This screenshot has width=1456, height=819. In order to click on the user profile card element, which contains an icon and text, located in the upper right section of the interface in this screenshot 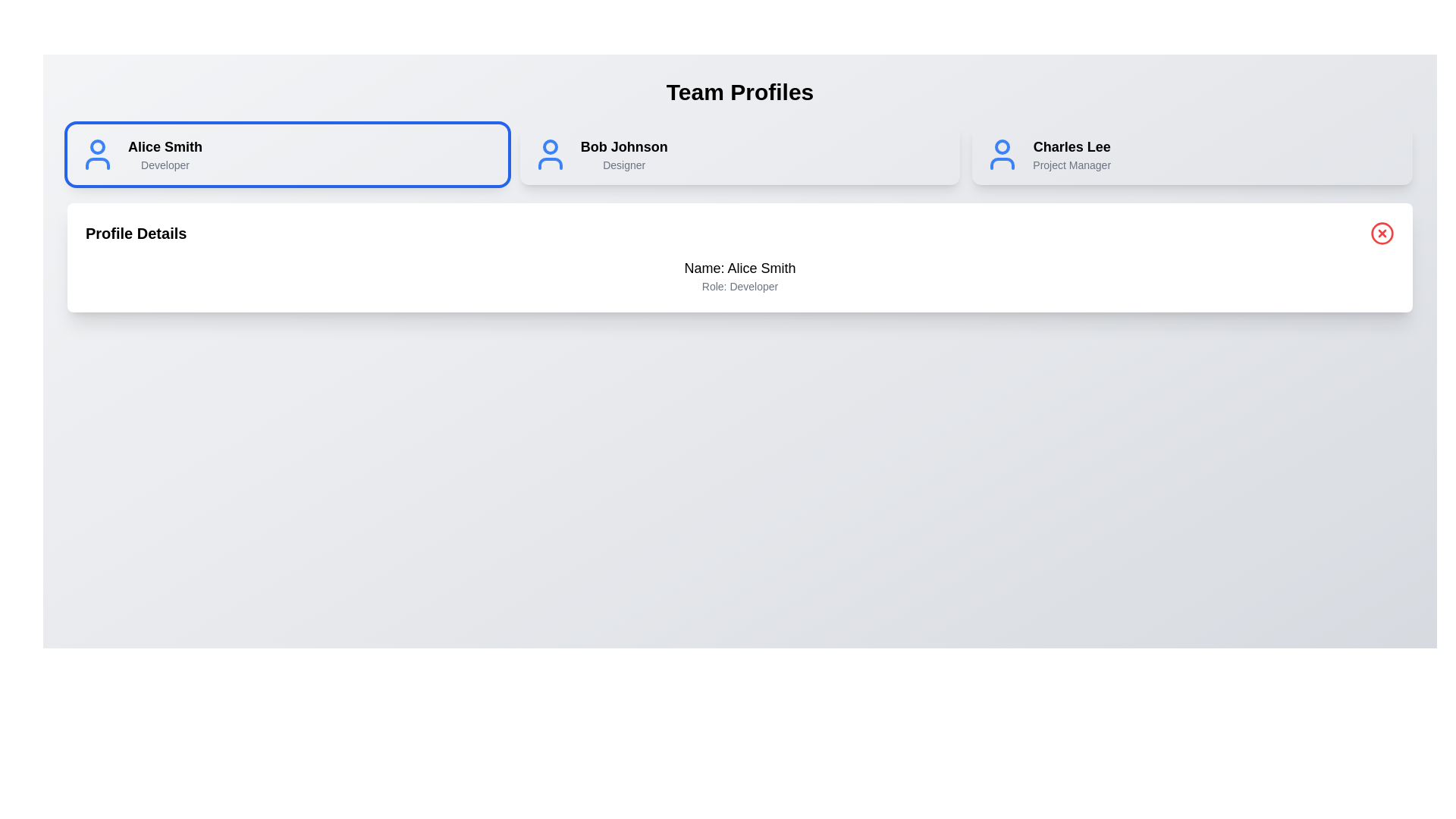, I will do `click(1191, 155)`.